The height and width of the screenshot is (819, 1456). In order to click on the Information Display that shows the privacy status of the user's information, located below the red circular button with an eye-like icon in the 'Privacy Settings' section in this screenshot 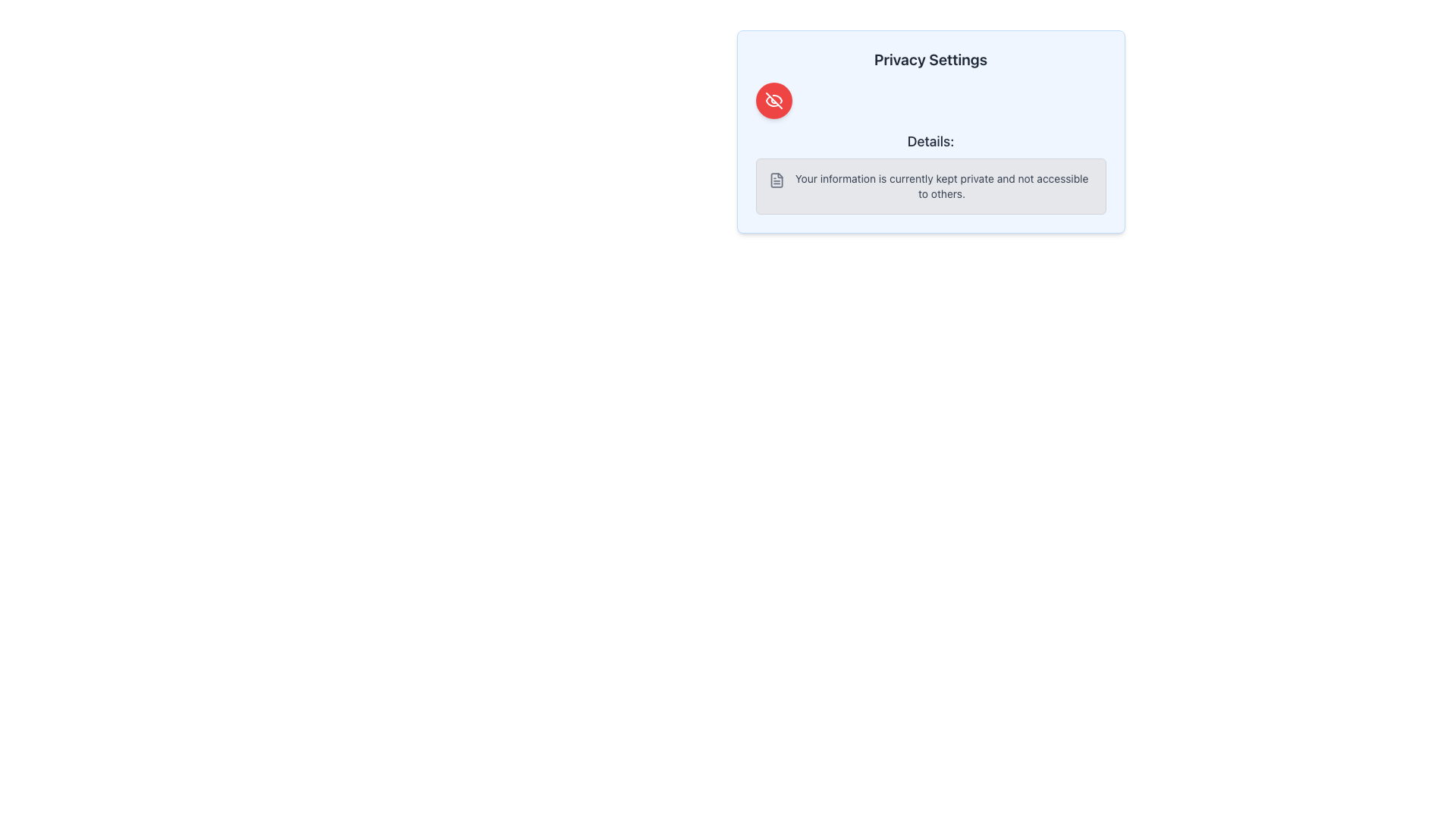, I will do `click(930, 171)`.